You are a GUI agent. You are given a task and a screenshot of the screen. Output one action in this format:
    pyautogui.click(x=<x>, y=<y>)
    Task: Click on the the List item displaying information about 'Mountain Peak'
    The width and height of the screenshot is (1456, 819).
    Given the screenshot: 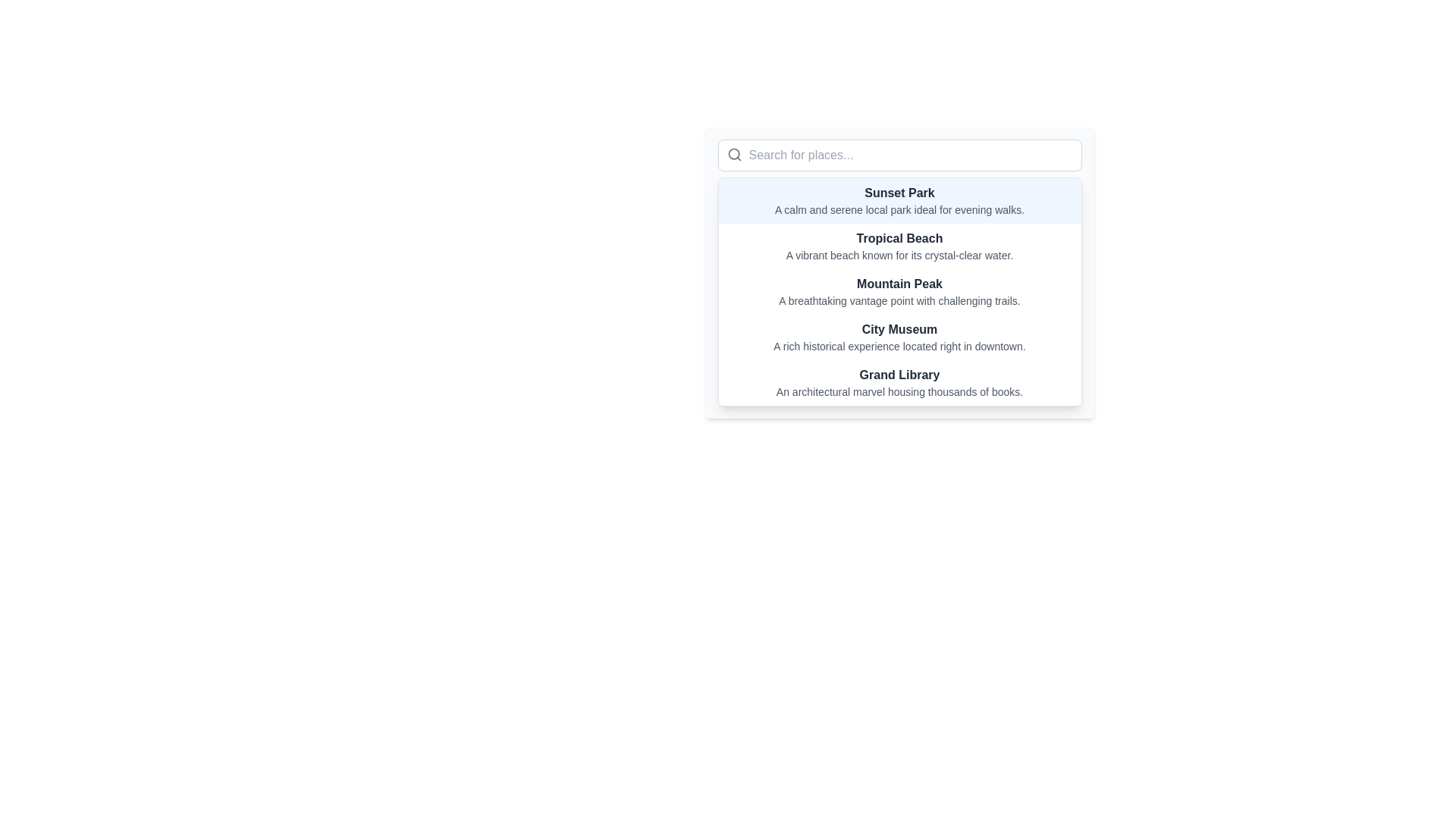 What is the action you would take?
    pyautogui.click(x=899, y=271)
    